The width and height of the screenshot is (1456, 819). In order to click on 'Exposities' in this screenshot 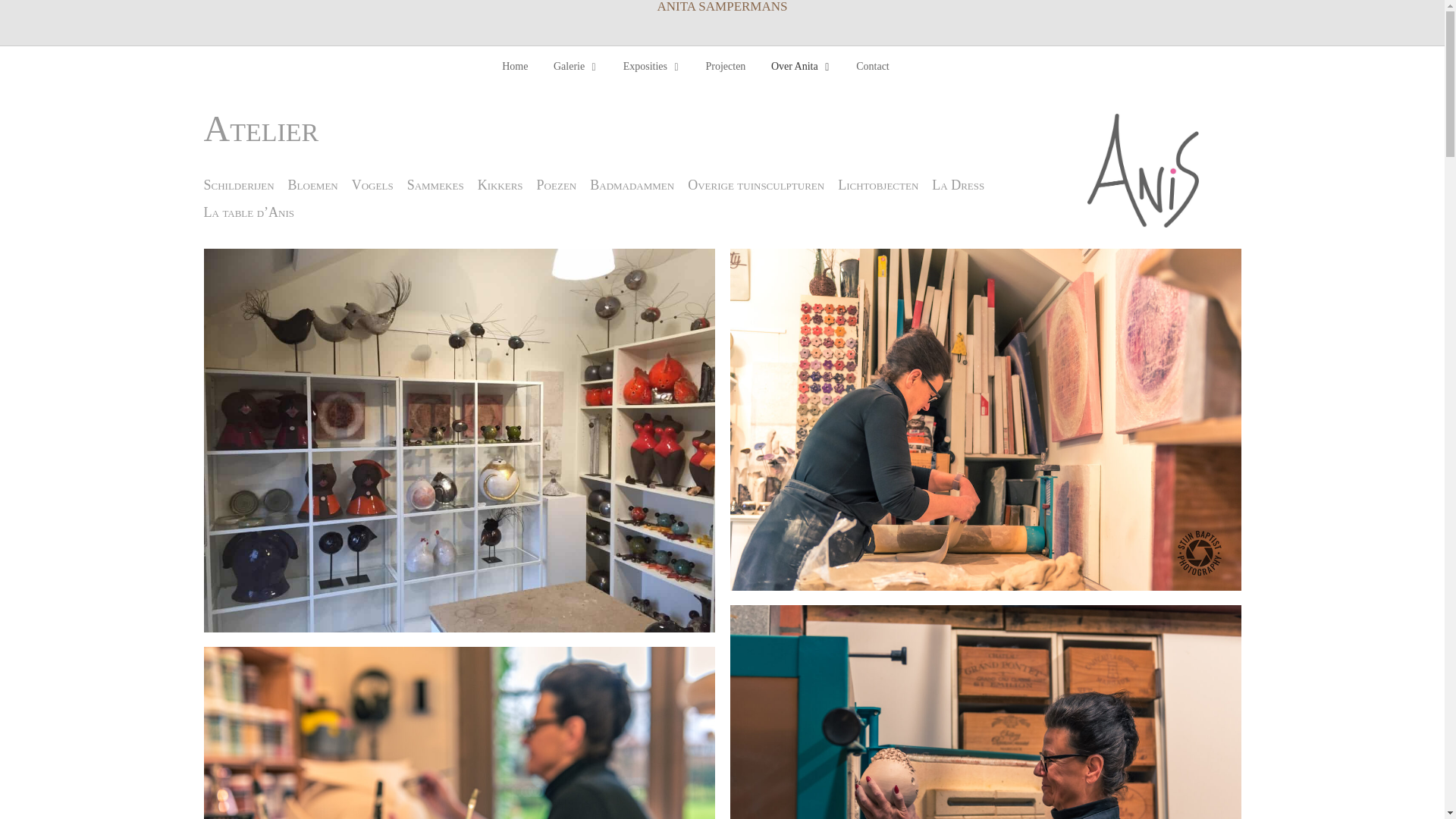, I will do `click(651, 66)`.